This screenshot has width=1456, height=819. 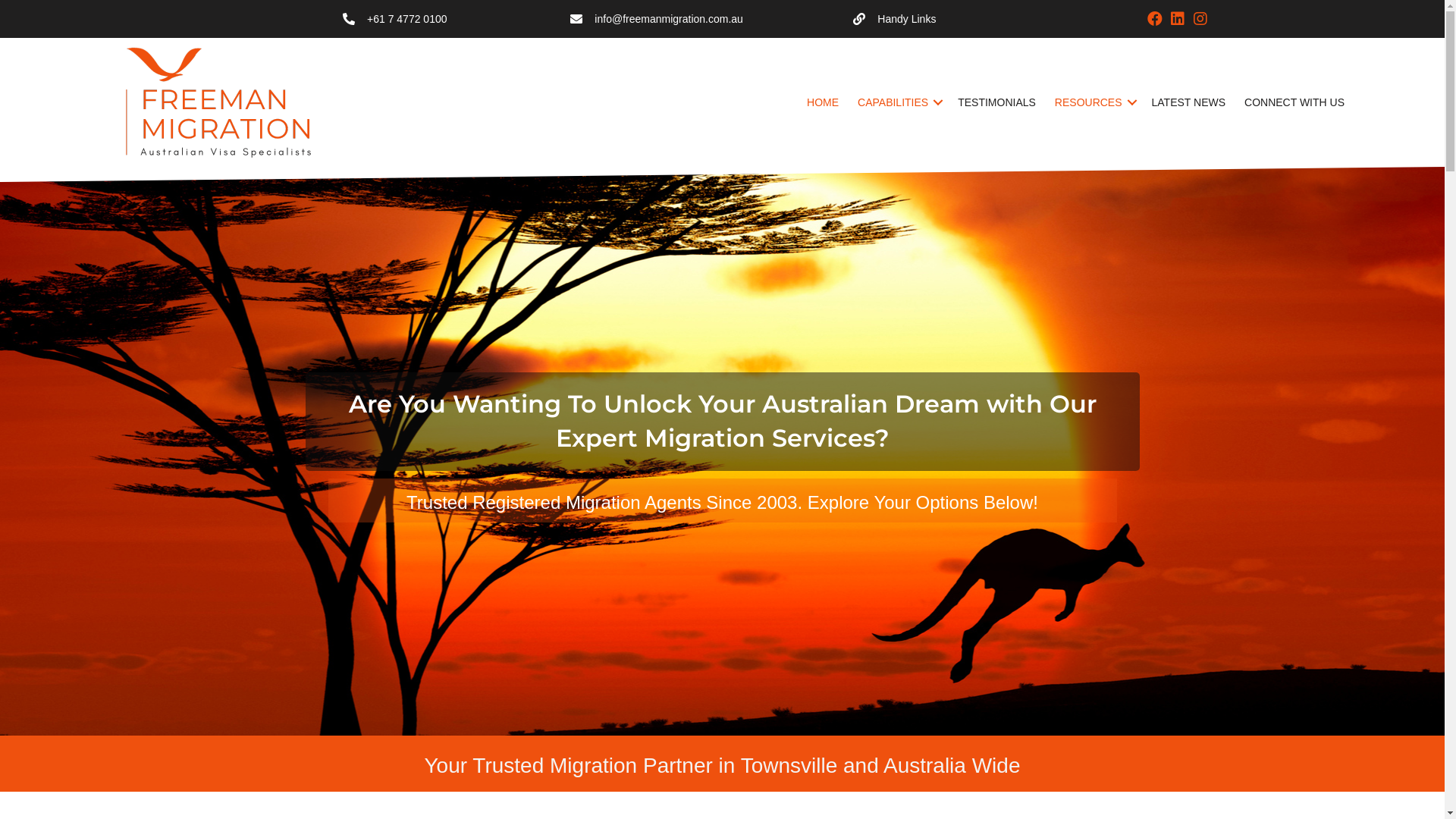 What do you see at coordinates (1200, 18) in the screenshot?
I see `'Instagram'` at bounding box center [1200, 18].